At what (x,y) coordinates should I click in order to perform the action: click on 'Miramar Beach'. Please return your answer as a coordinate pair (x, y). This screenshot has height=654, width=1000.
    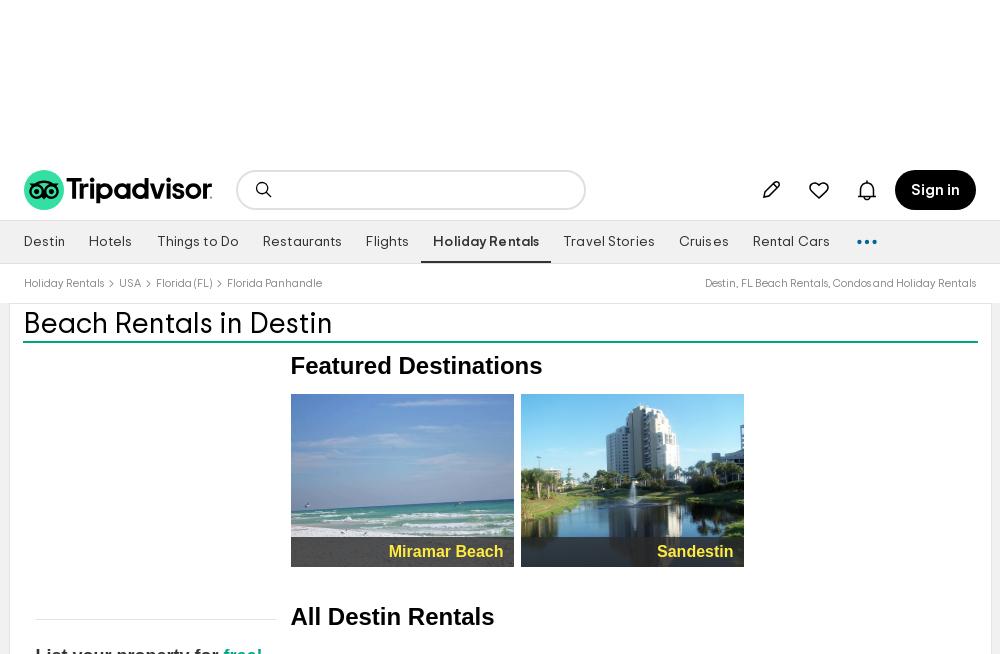
    Looking at the image, I should click on (444, 549).